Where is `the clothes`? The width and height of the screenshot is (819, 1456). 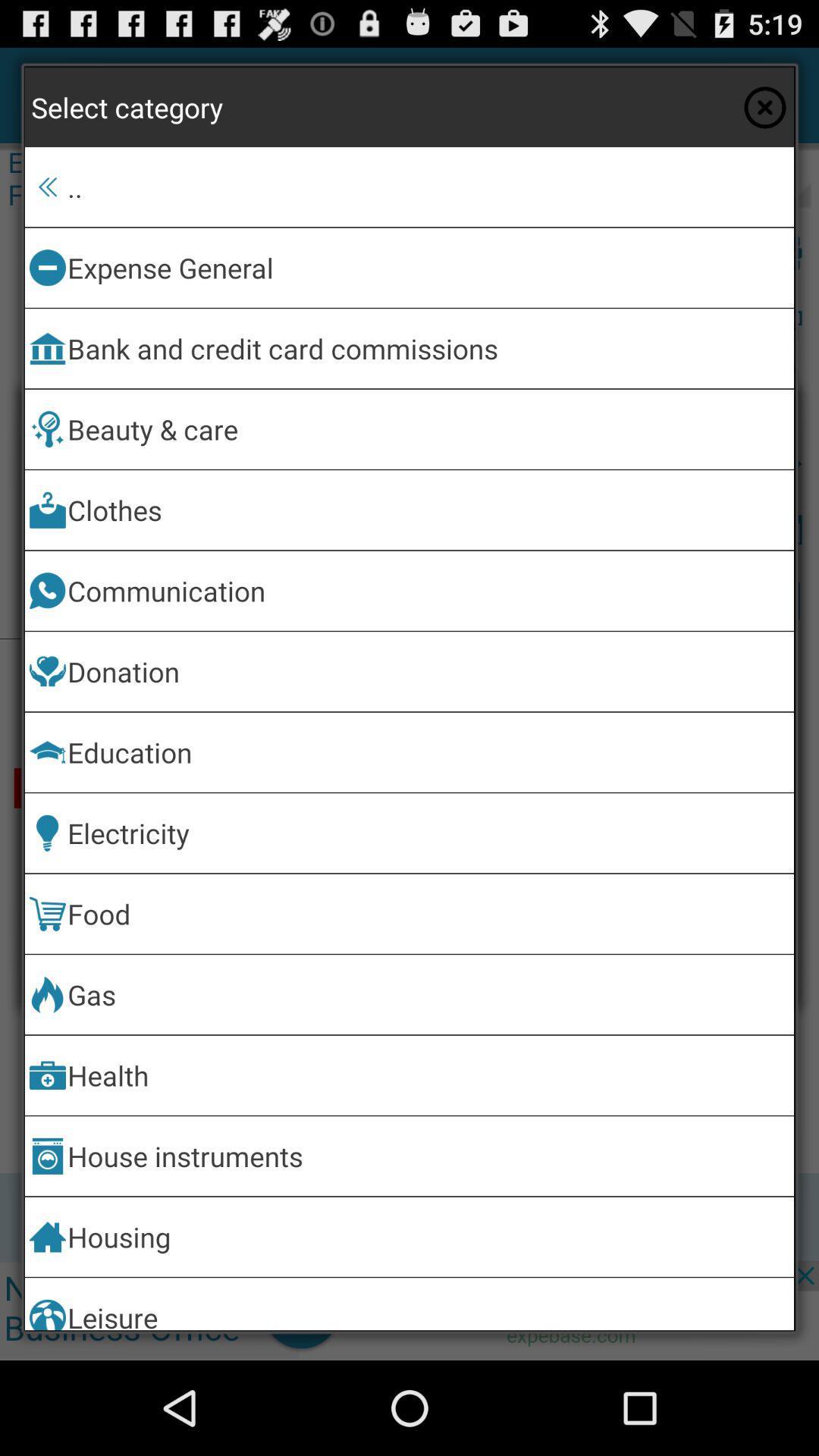 the clothes is located at coordinates (428, 510).